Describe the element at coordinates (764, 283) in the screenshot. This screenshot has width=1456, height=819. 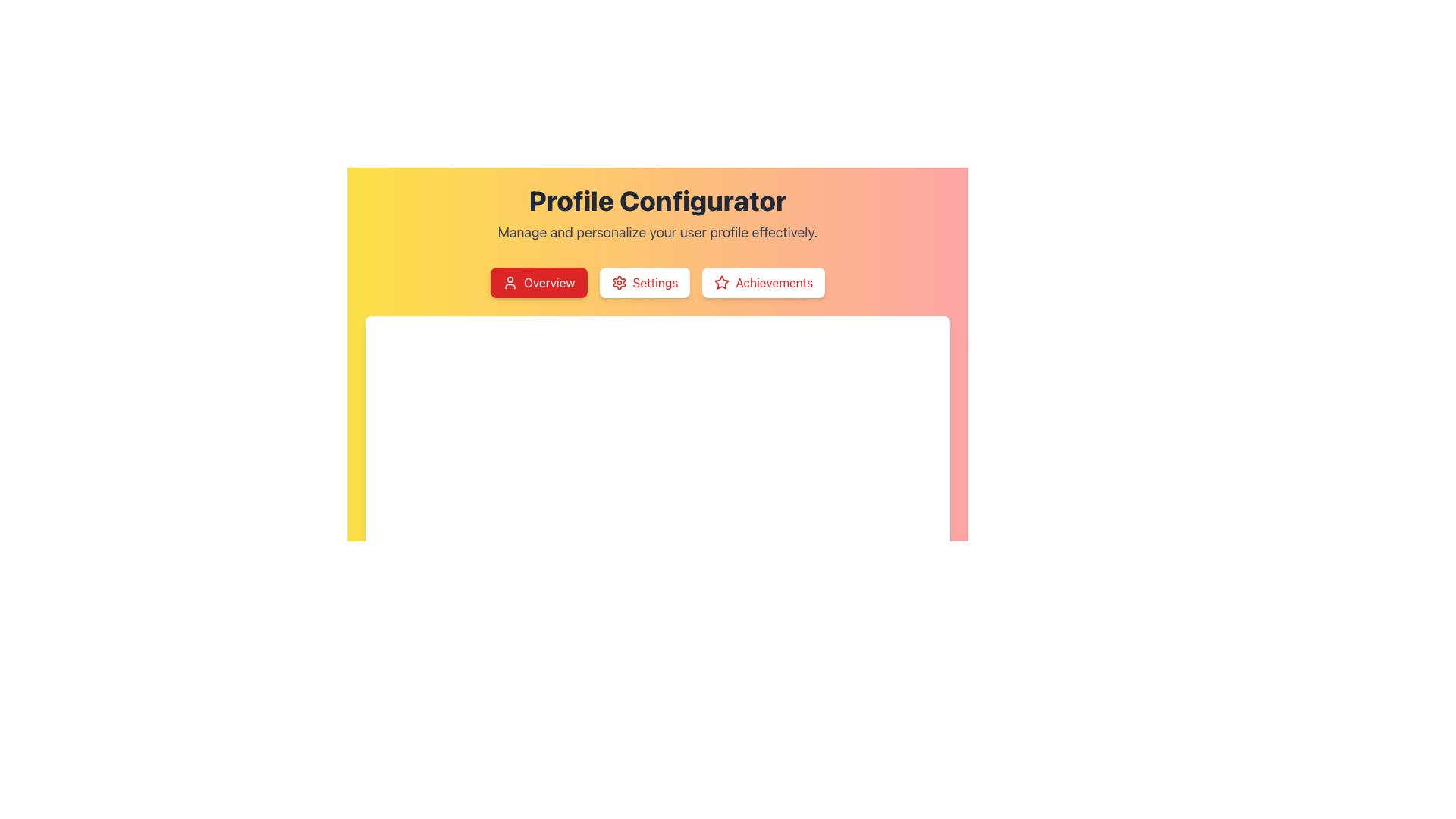
I see `the 'Achievements' button located in the horizontal menu below the 'Profile Configurator' heading` at that location.